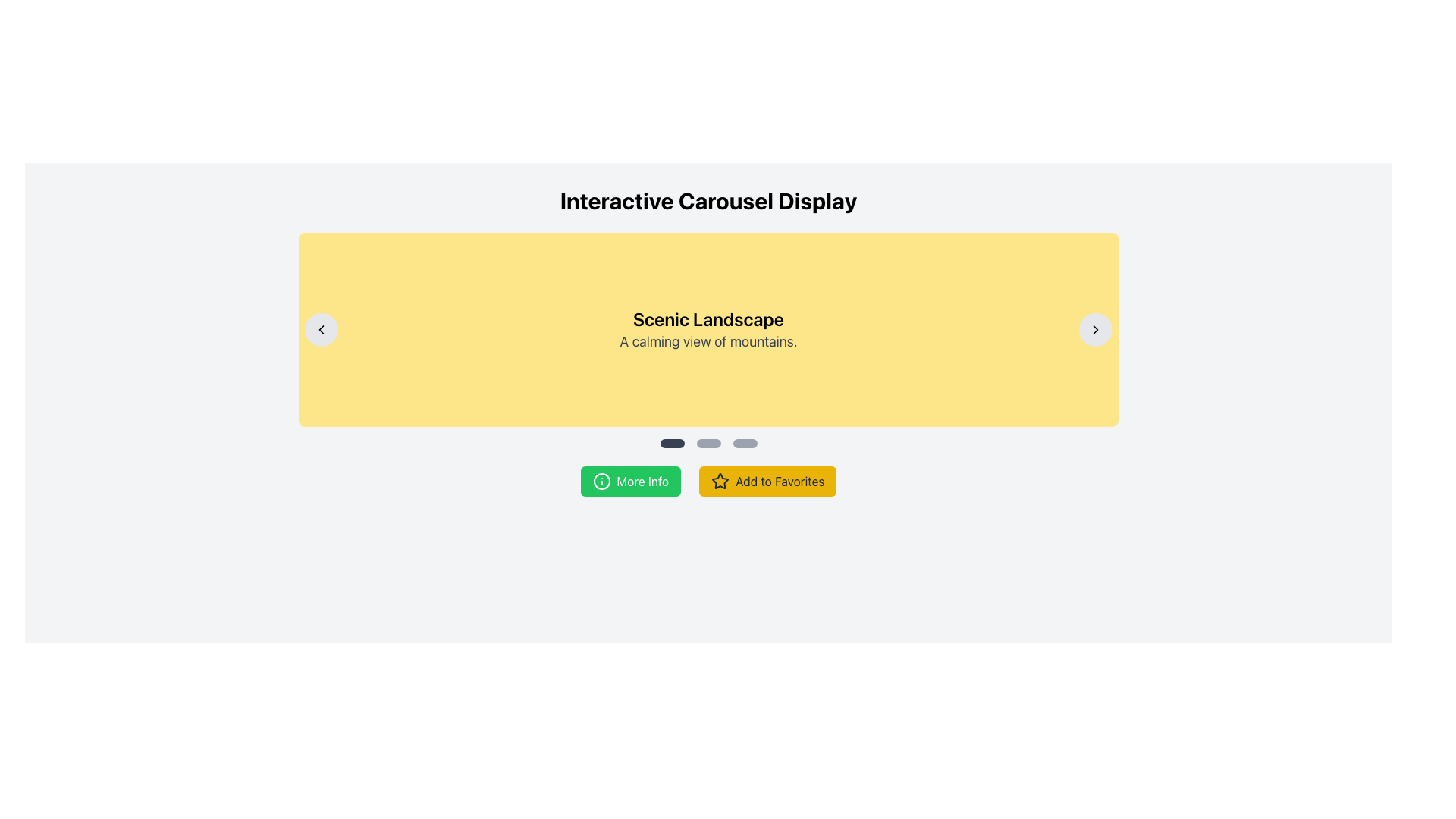 Image resolution: width=1456 pixels, height=819 pixels. Describe the element at coordinates (1096, 329) in the screenshot. I see `the rightward arrow icon` at that location.